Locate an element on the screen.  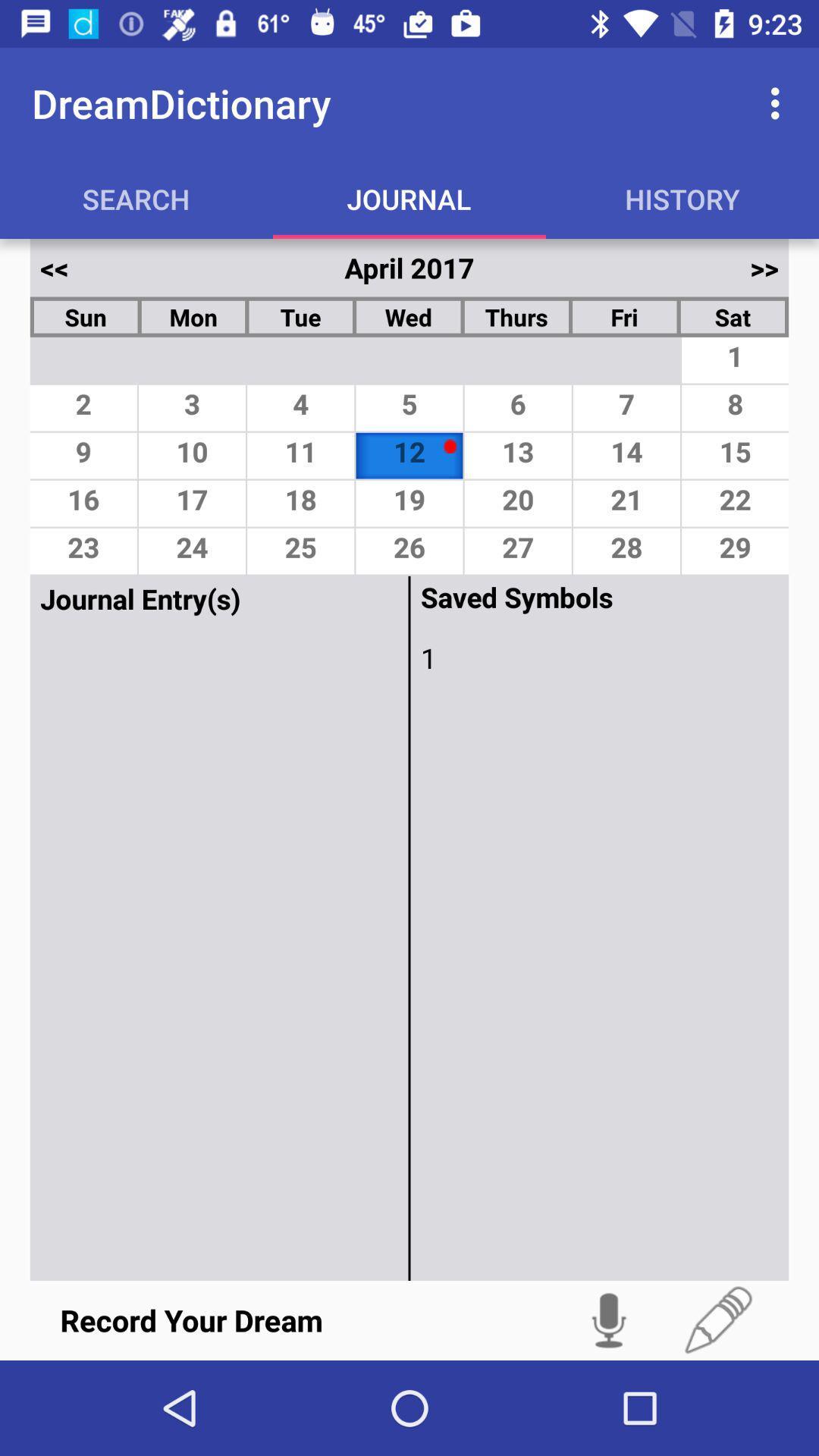
icon next to dreamdictionary is located at coordinates (779, 102).